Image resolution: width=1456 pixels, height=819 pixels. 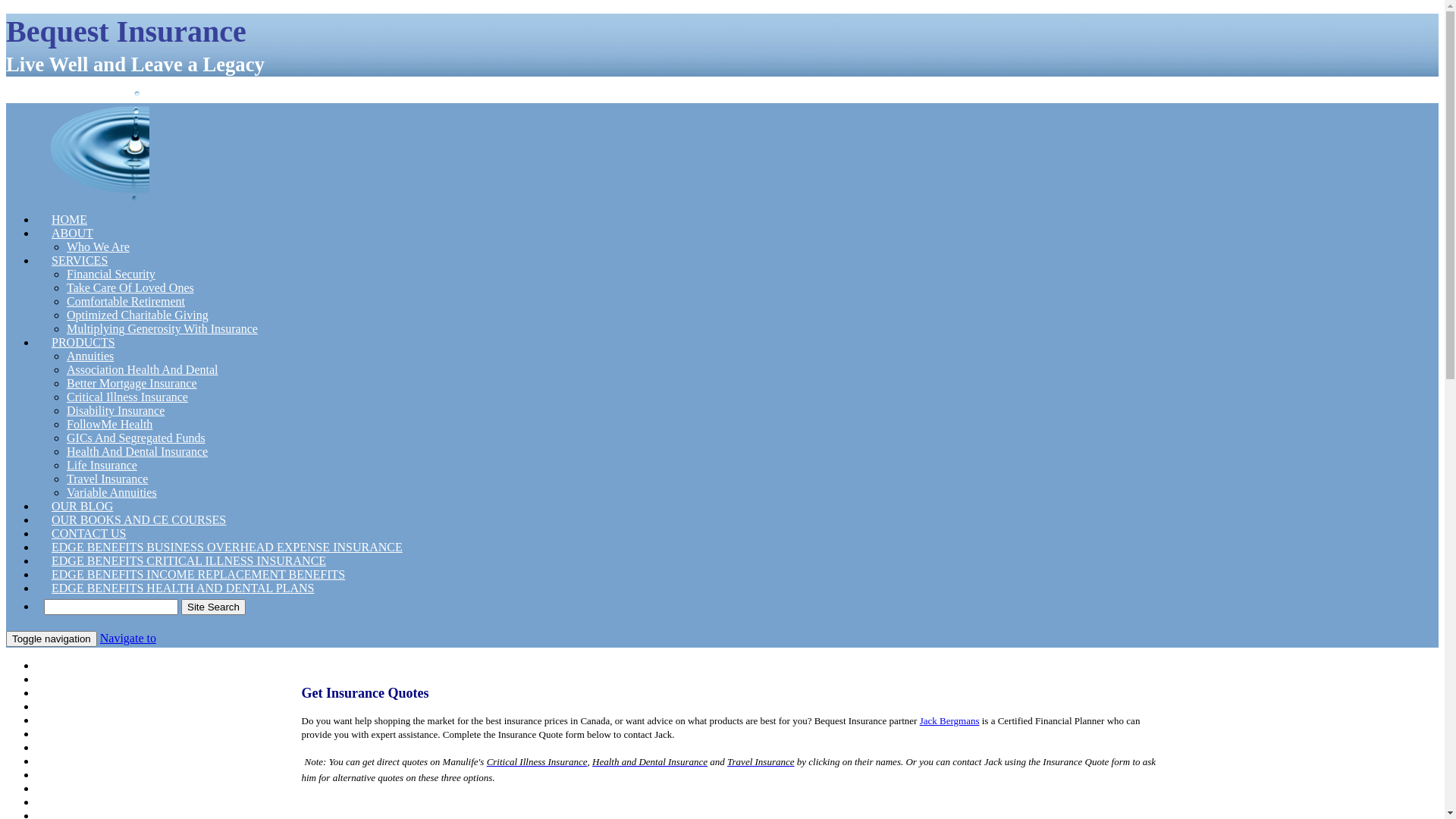 What do you see at coordinates (162, 328) in the screenshot?
I see `'Multiplying Generosity With Insurance'` at bounding box center [162, 328].